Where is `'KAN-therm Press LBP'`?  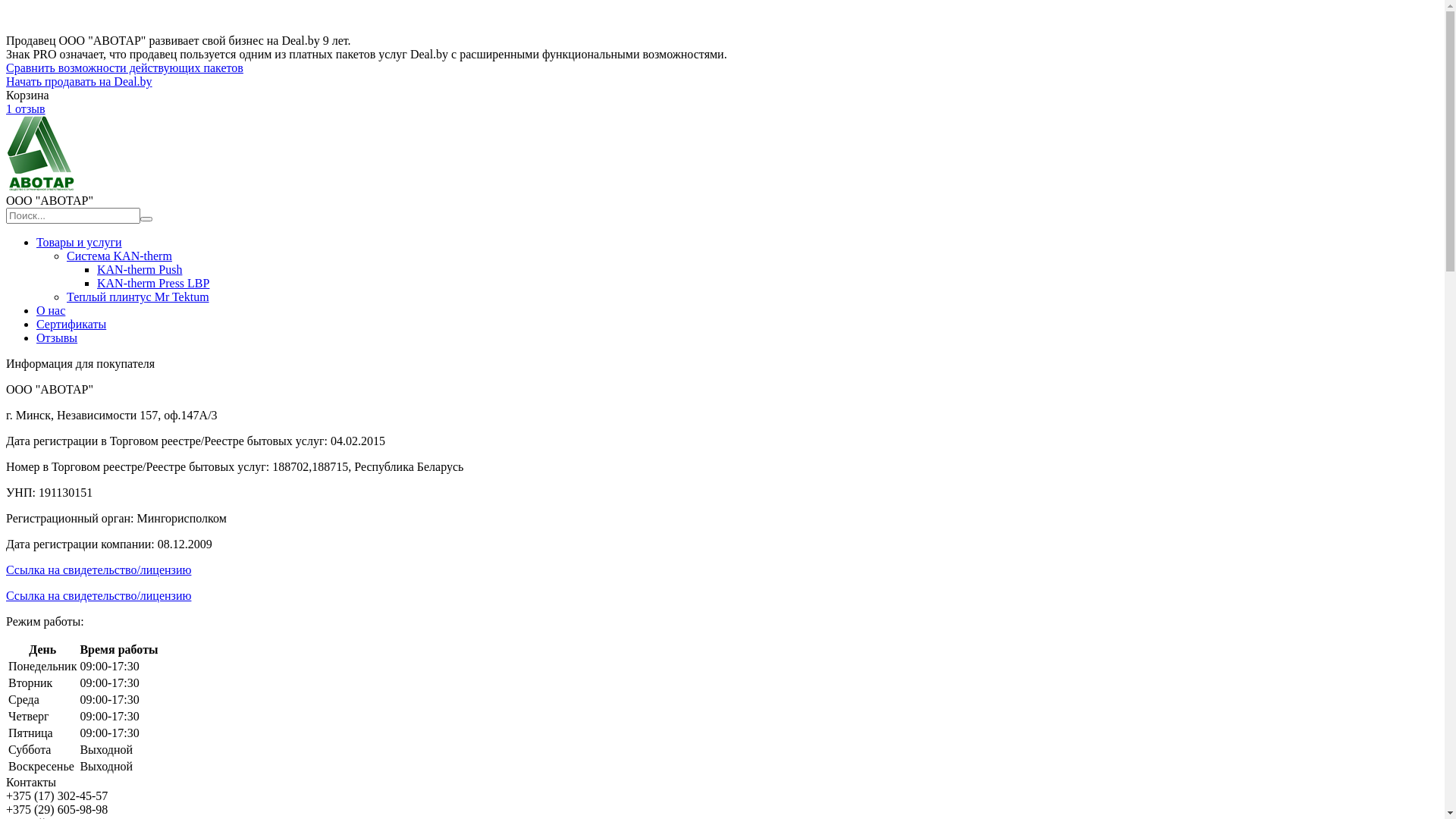
'KAN-therm Press LBP' is located at coordinates (152, 283).